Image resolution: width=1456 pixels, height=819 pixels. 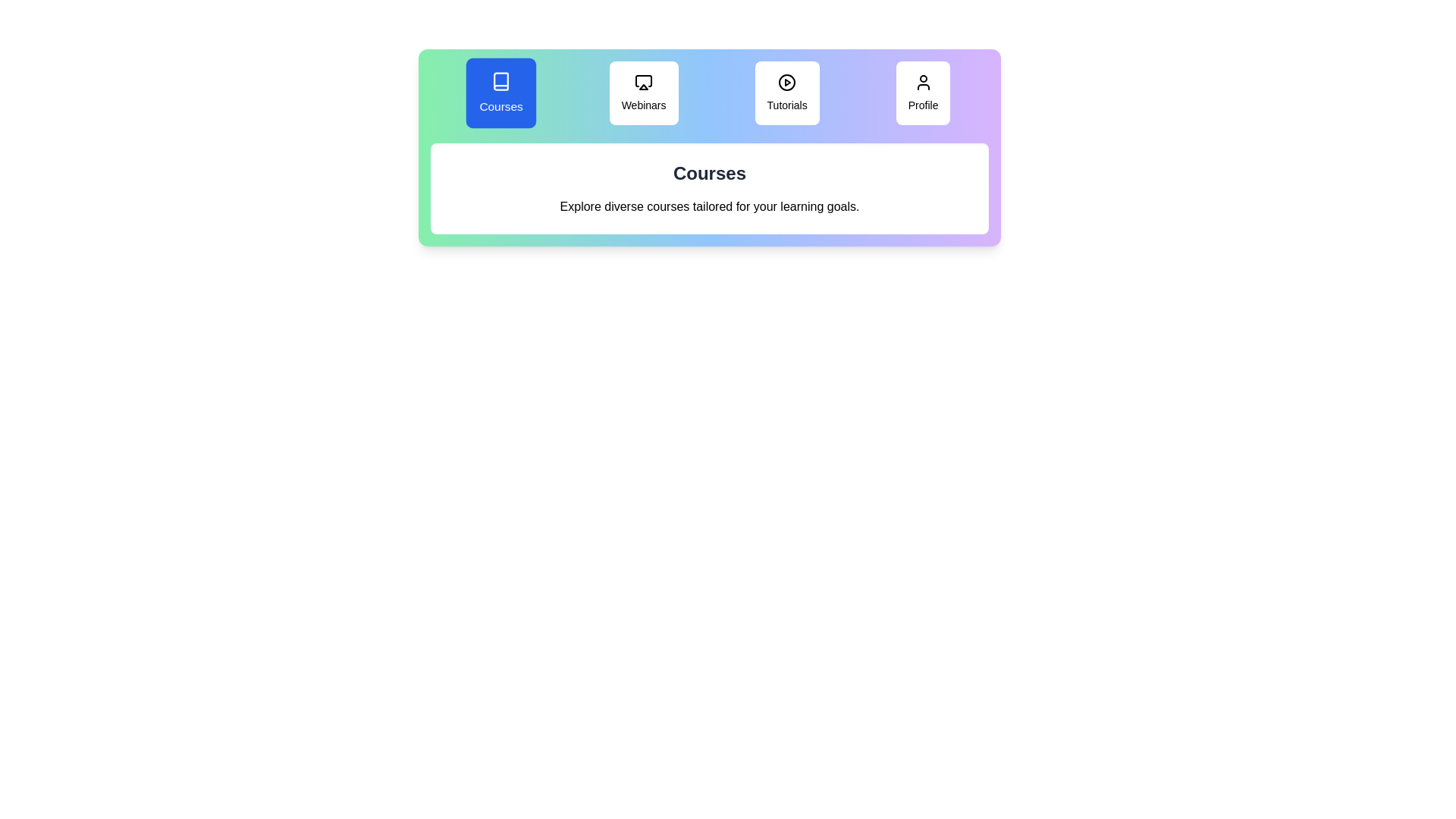 I want to click on the tab corresponding to Courses to display its content, so click(x=500, y=93).